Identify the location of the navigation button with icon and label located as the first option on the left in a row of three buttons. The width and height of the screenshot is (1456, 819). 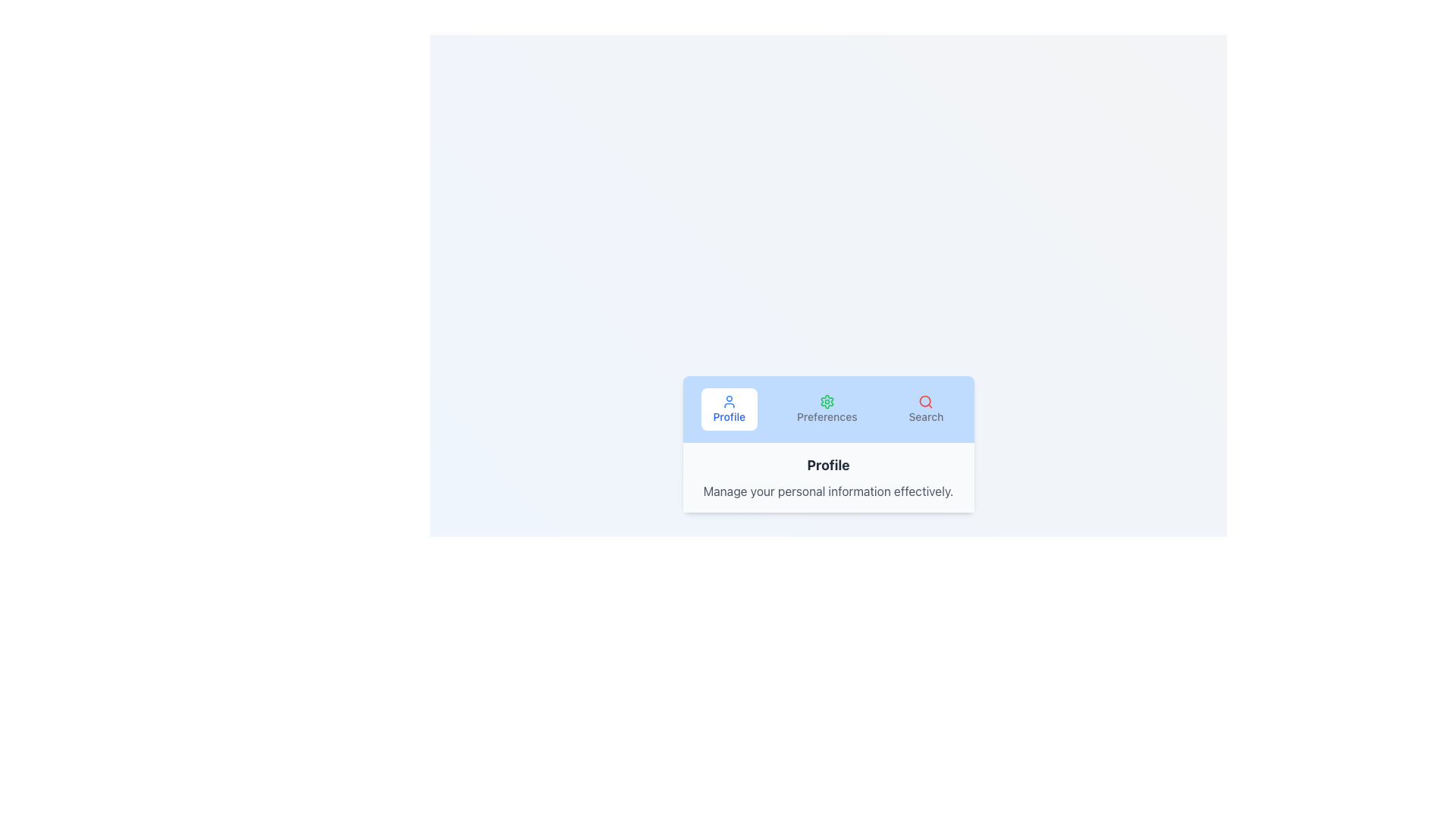
(729, 409).